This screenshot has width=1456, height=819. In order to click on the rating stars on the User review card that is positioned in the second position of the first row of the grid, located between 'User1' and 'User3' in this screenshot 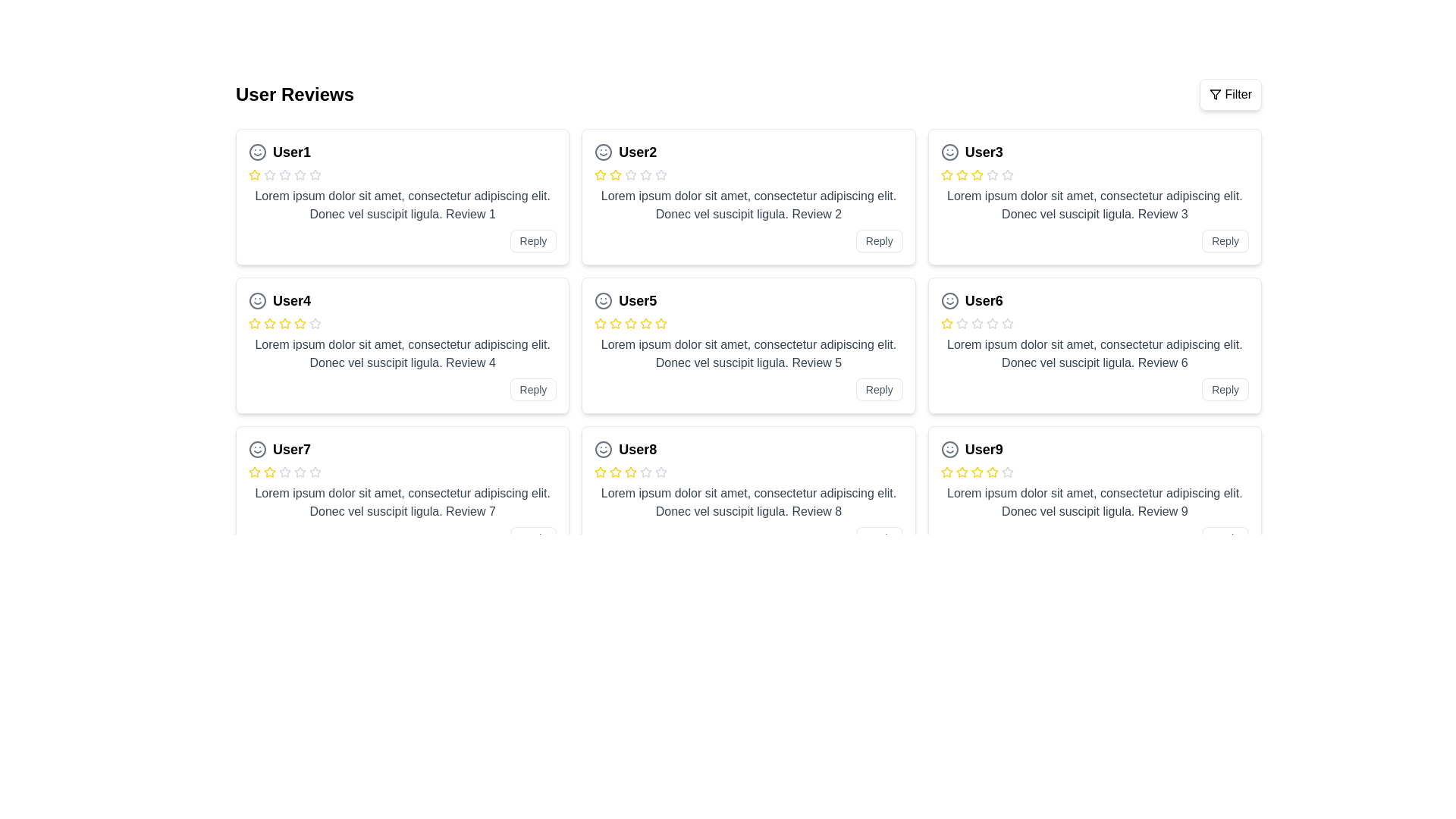, I will do `click(748, 196)`.